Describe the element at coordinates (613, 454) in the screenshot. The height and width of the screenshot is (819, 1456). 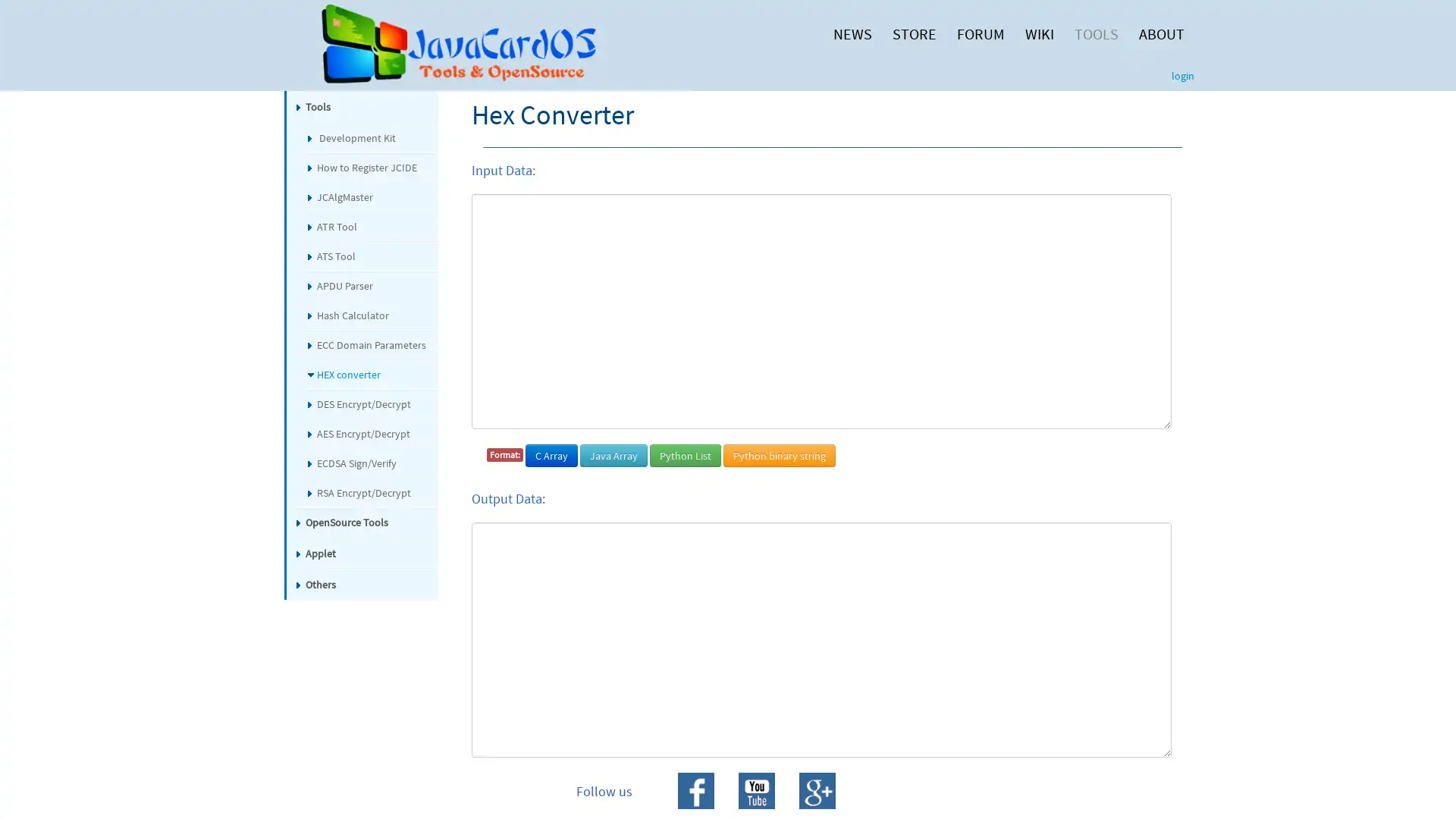
I see `Java Array` at that location.